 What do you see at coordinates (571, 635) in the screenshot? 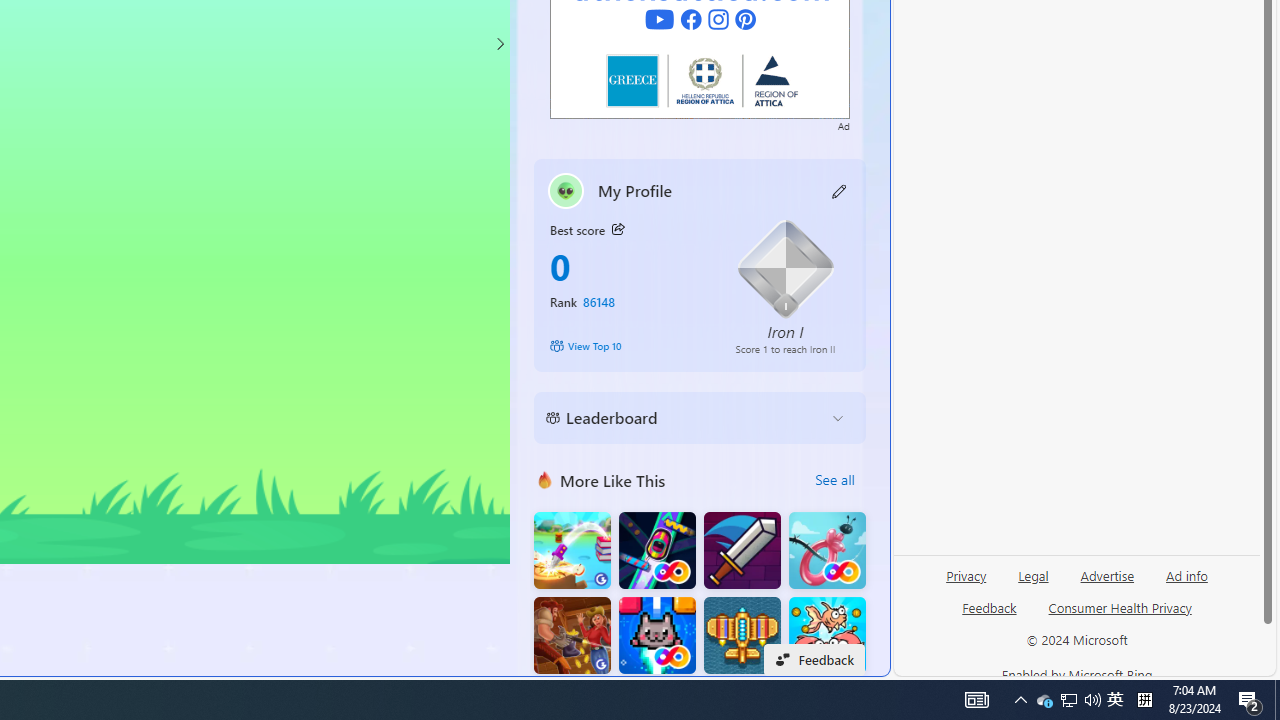
I see `'Saloon Robbery'` at bounding box center [571, 635].